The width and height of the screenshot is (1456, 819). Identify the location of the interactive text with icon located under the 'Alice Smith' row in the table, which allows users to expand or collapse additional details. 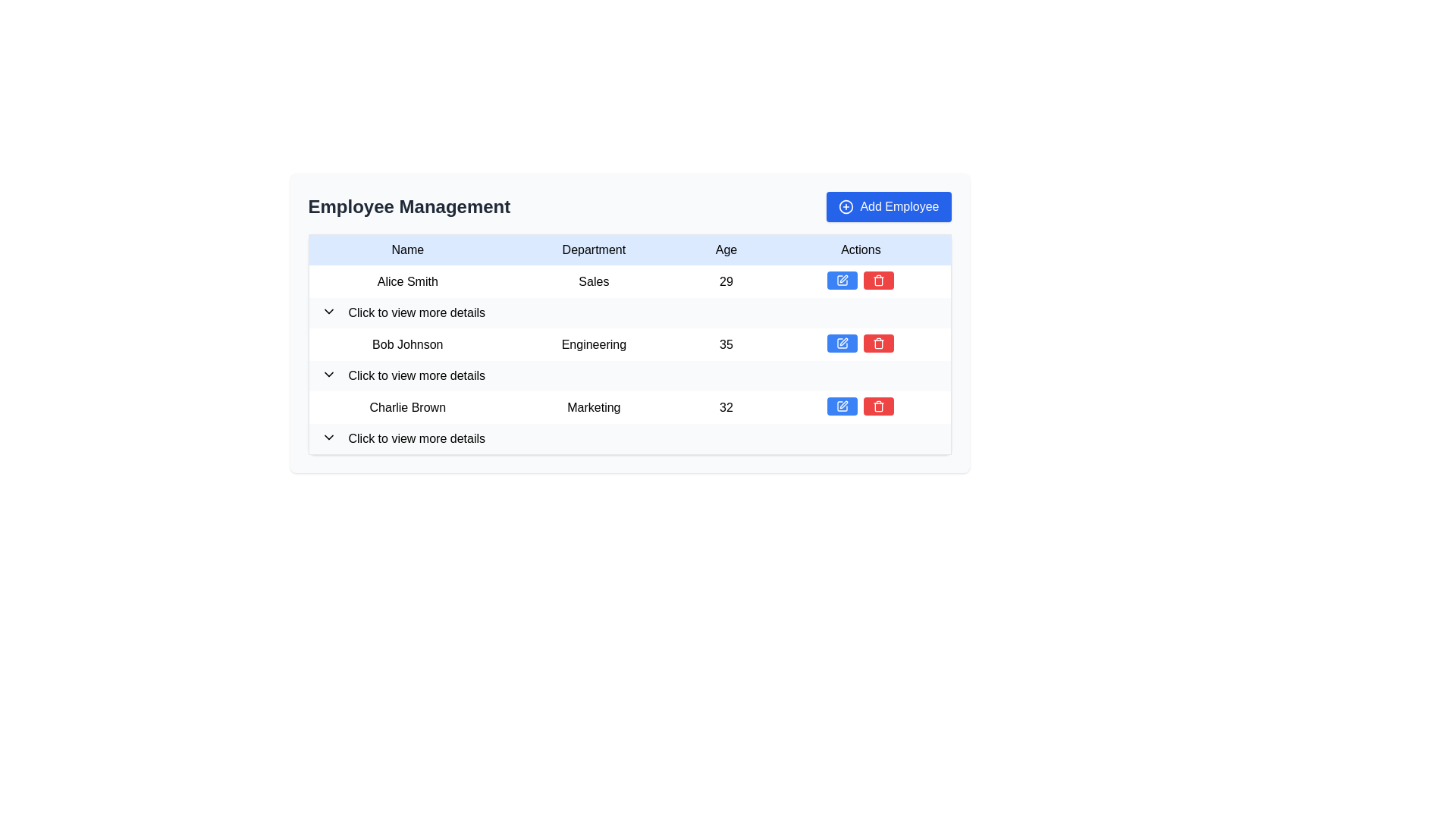
(629, 312).